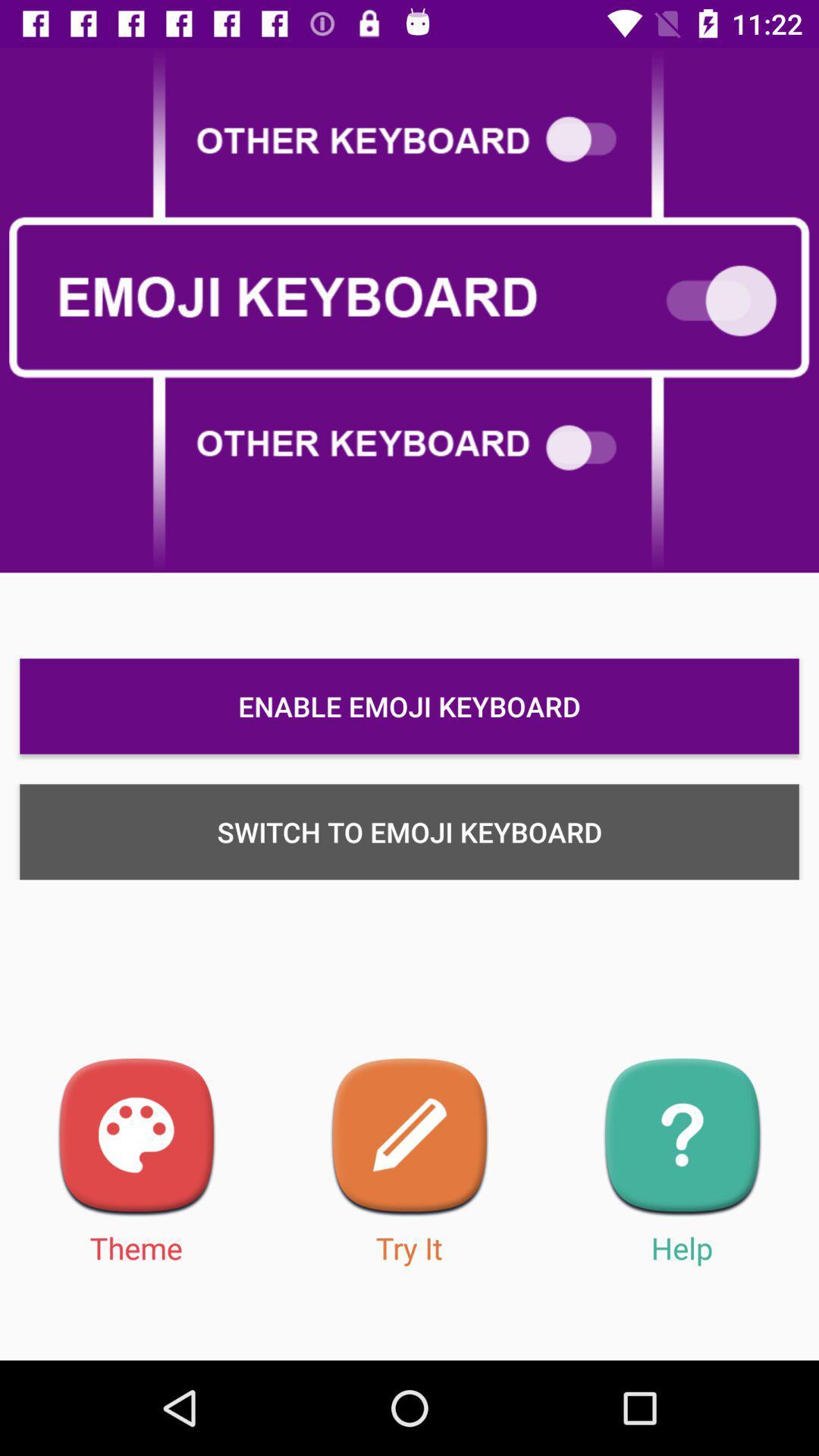 The height and width of the screenshot is (1456, 819). What do you see at coordinates (681, 1137) in the screenshot?
I see `get help` at bounding box center [681, 1137].